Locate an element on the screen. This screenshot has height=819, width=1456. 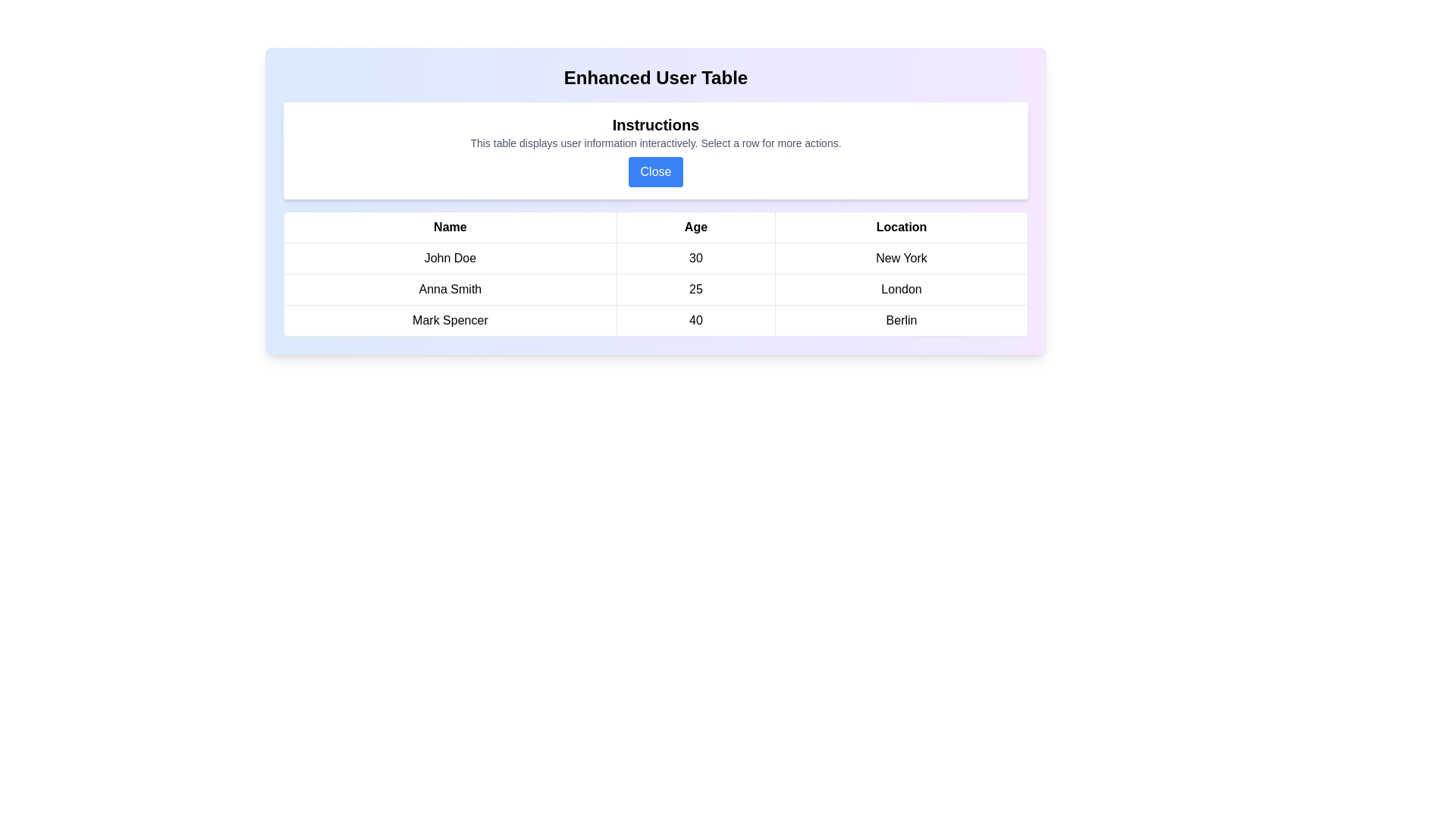
the Table Header Cell that serves as the header for the first column indicating names, by clicking on it since it is clickable is located at coordinates (449, 227).